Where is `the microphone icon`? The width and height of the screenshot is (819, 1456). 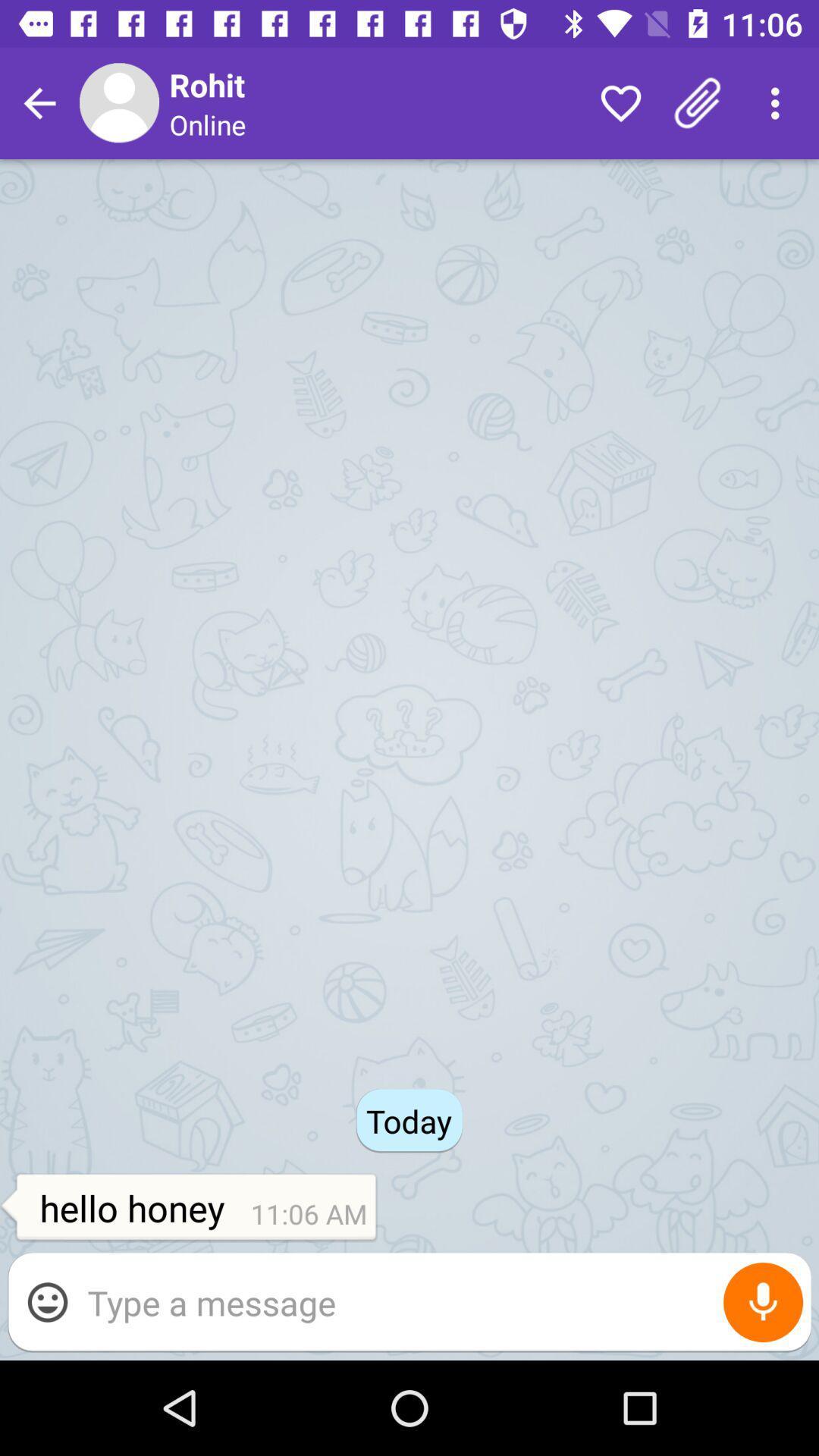 the microphone icon is located at coordinates (763, 1301).